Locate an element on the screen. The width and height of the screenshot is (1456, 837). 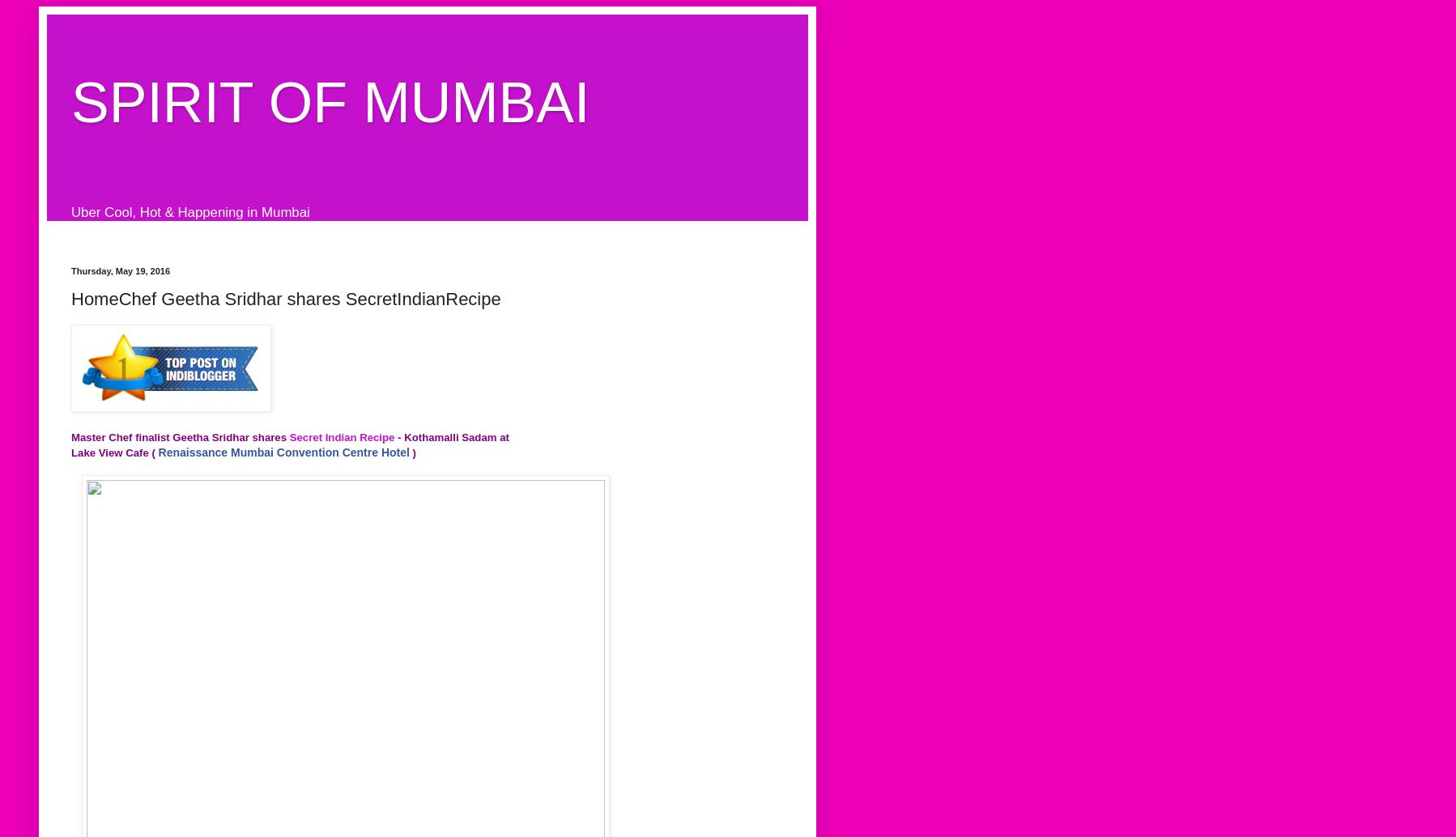
'Thursday, May 19, 2016' is located at coordinates (120, 269).